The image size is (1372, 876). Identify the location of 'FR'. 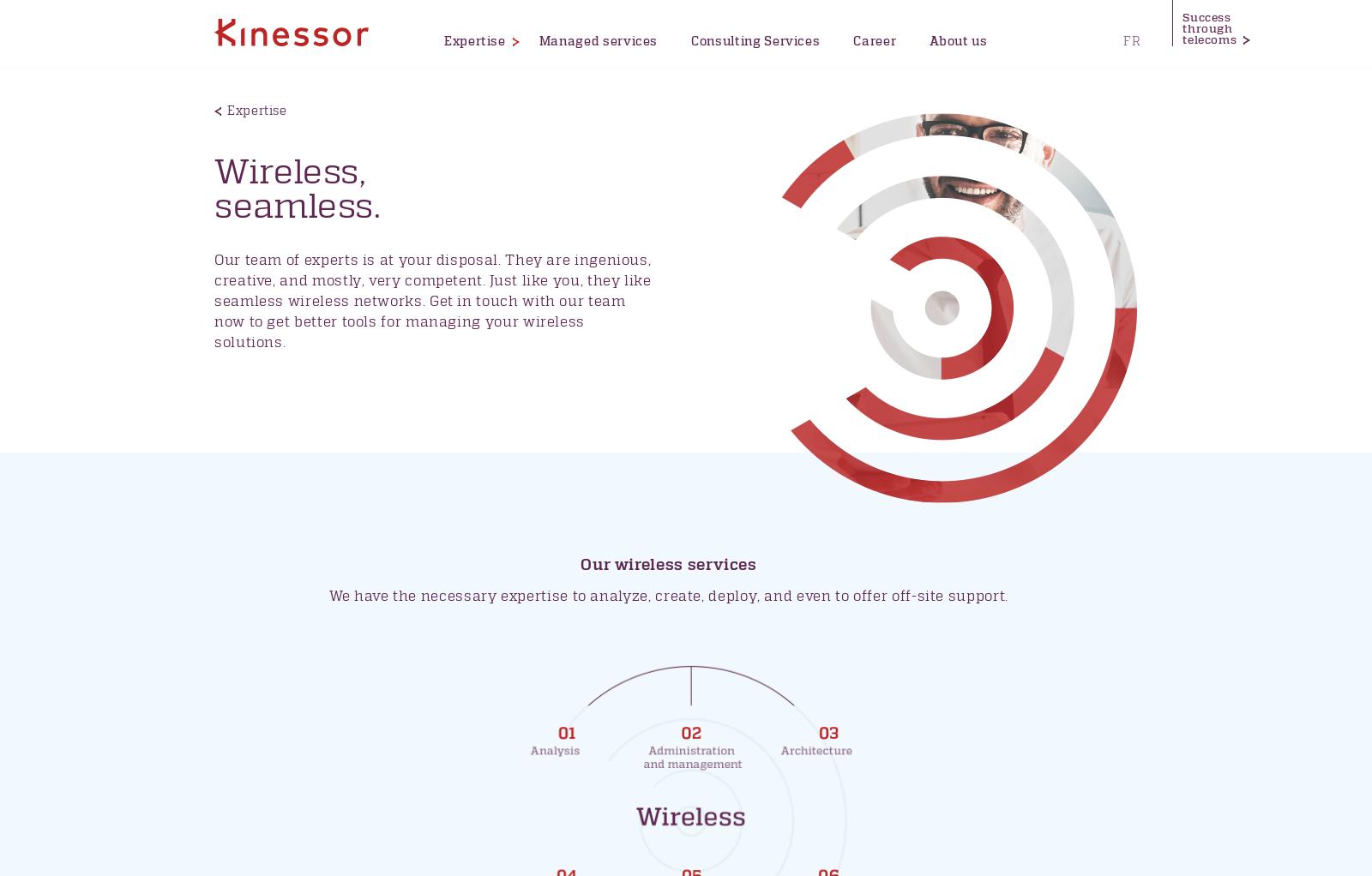
(1131, 41).